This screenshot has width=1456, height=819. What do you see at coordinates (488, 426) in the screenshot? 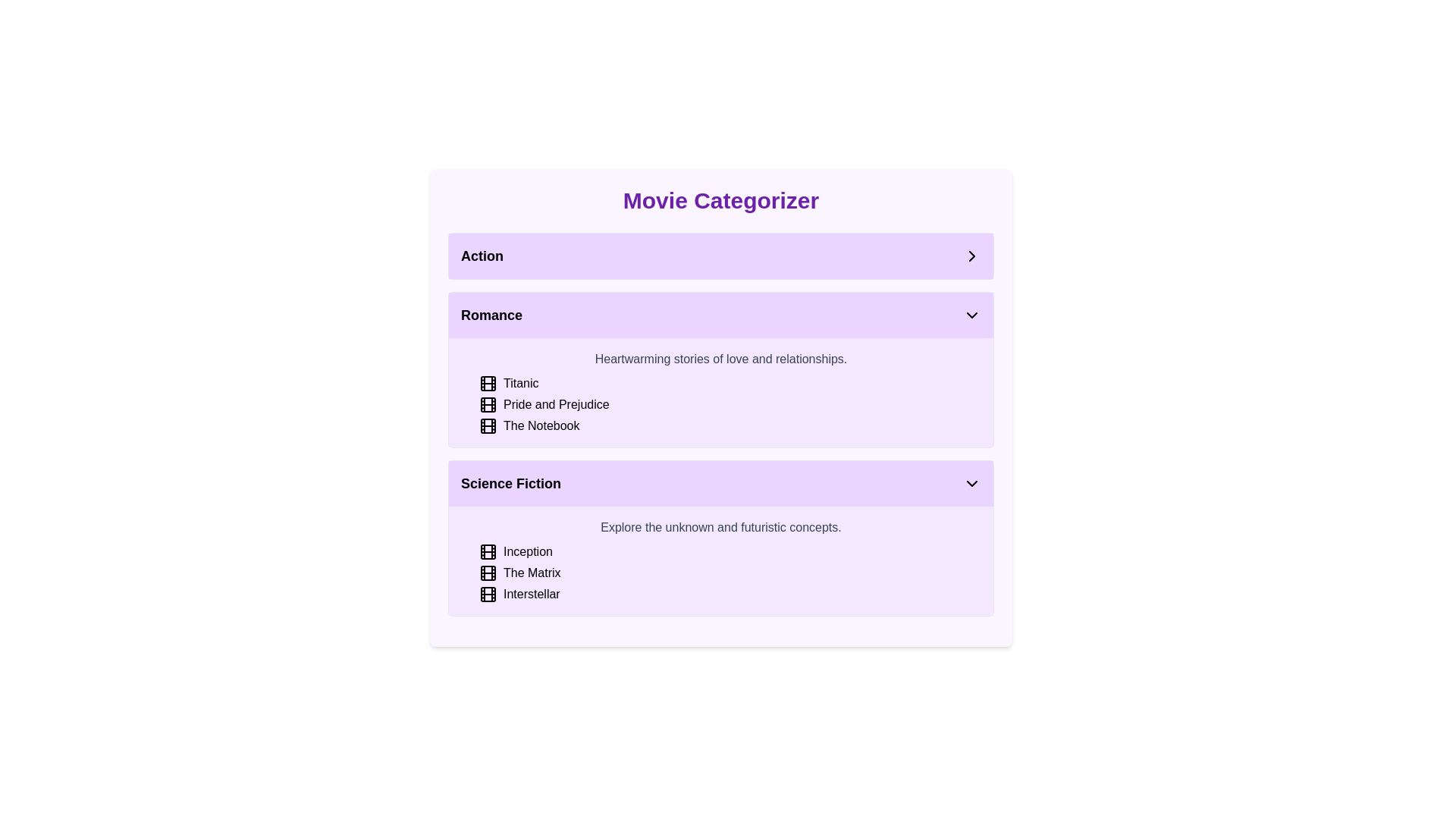
I see `the small film roll icon located in the 'Romance' section of the list, preceding the text label 'The Notebook'` at bounding box center [488, 426].